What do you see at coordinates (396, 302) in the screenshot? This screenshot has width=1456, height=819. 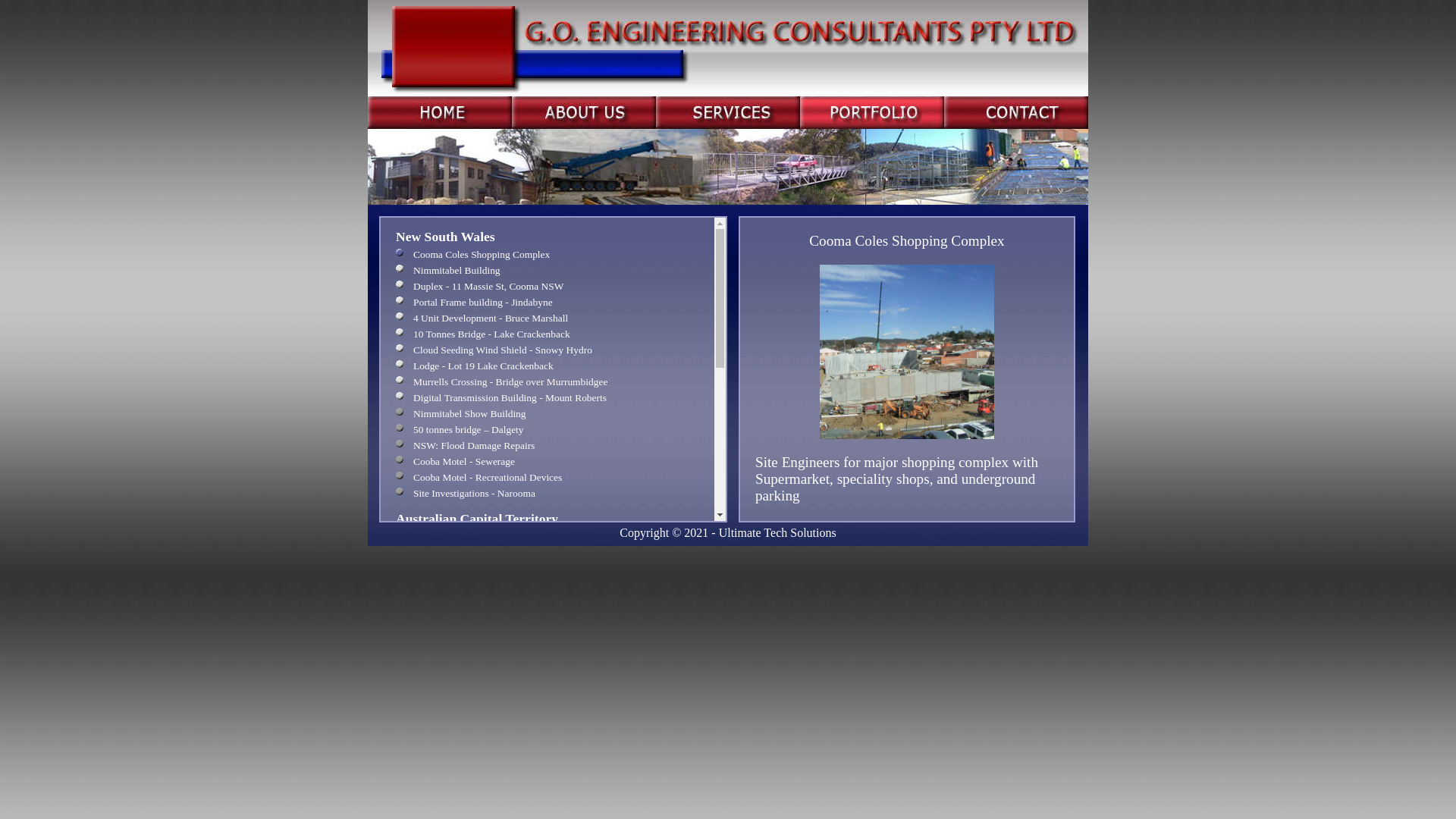 I see `'Portal Frame building - Jindabyne'` at bounding box center [396, 302].